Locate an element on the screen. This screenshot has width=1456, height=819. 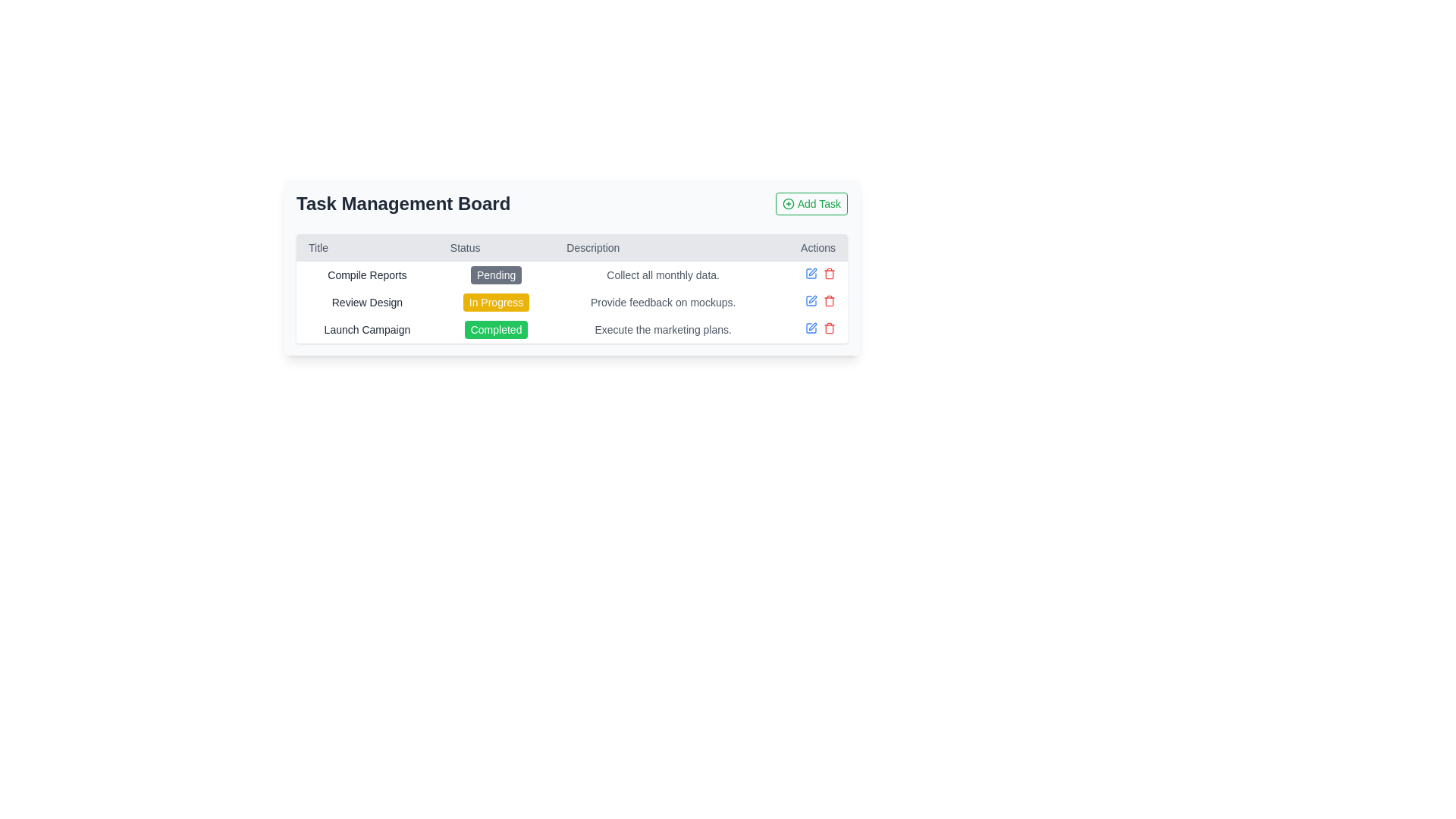
to select the first task entry row in the Task Management Board table, which displays the task's title, status, and description is located at coordinates (571, 275).